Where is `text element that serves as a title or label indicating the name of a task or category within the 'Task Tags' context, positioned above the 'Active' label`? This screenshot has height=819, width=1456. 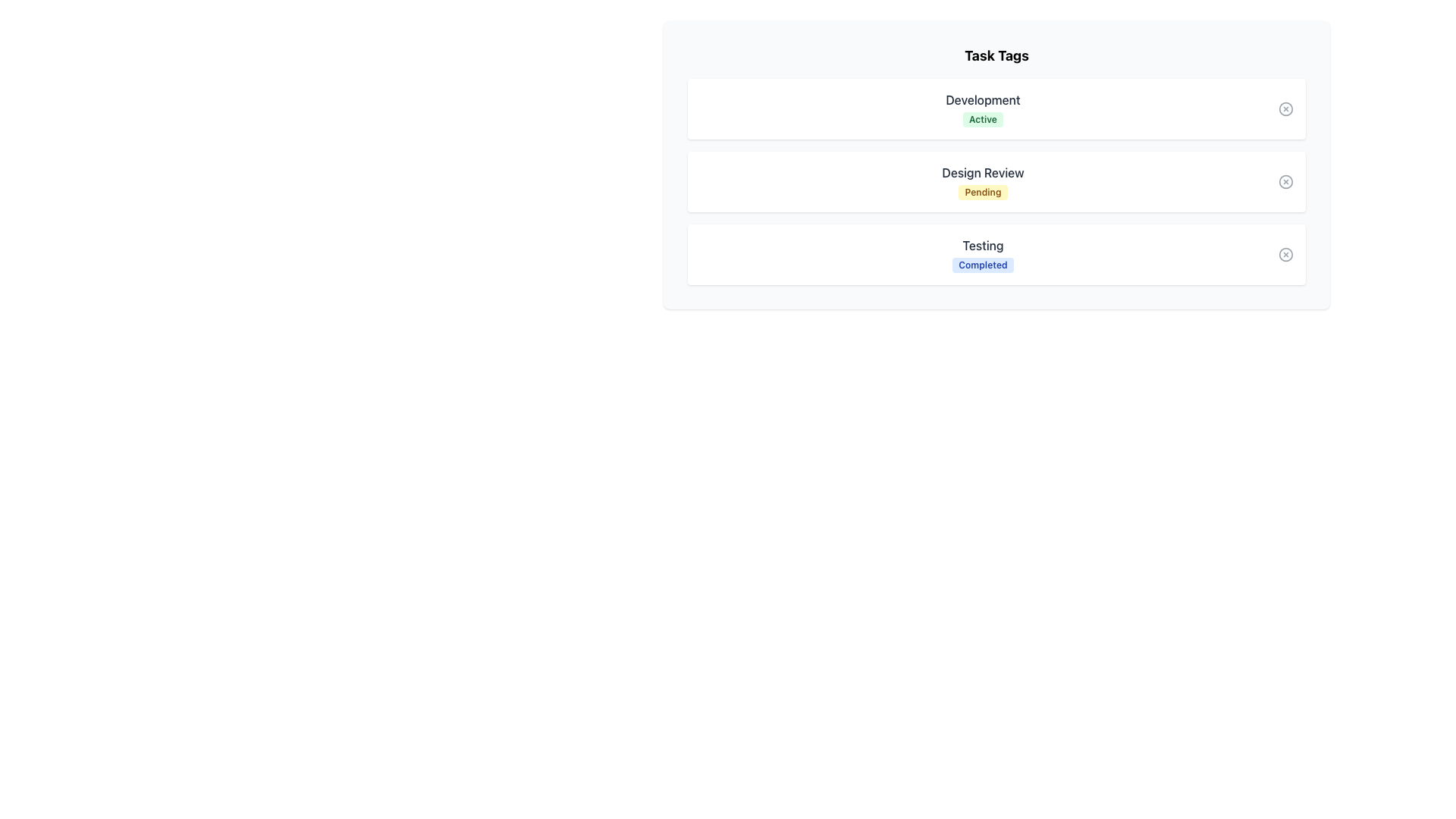
text element that serves as a title or label indicating the name of a task or category within the 'Task Tags' context, positioned above the 'Active' label is located at coordinates (983, 99).